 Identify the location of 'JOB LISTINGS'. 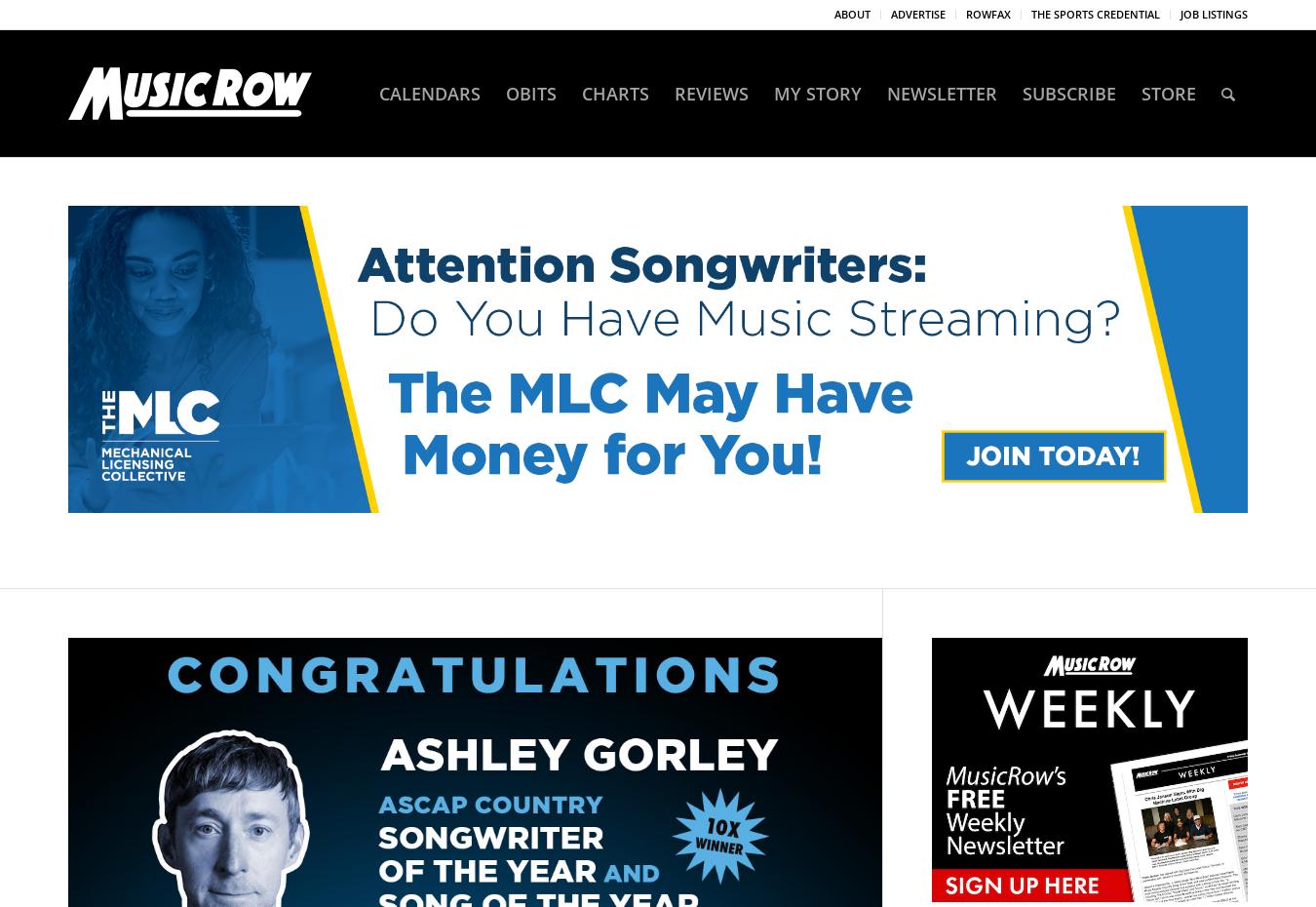
(1214, 13).